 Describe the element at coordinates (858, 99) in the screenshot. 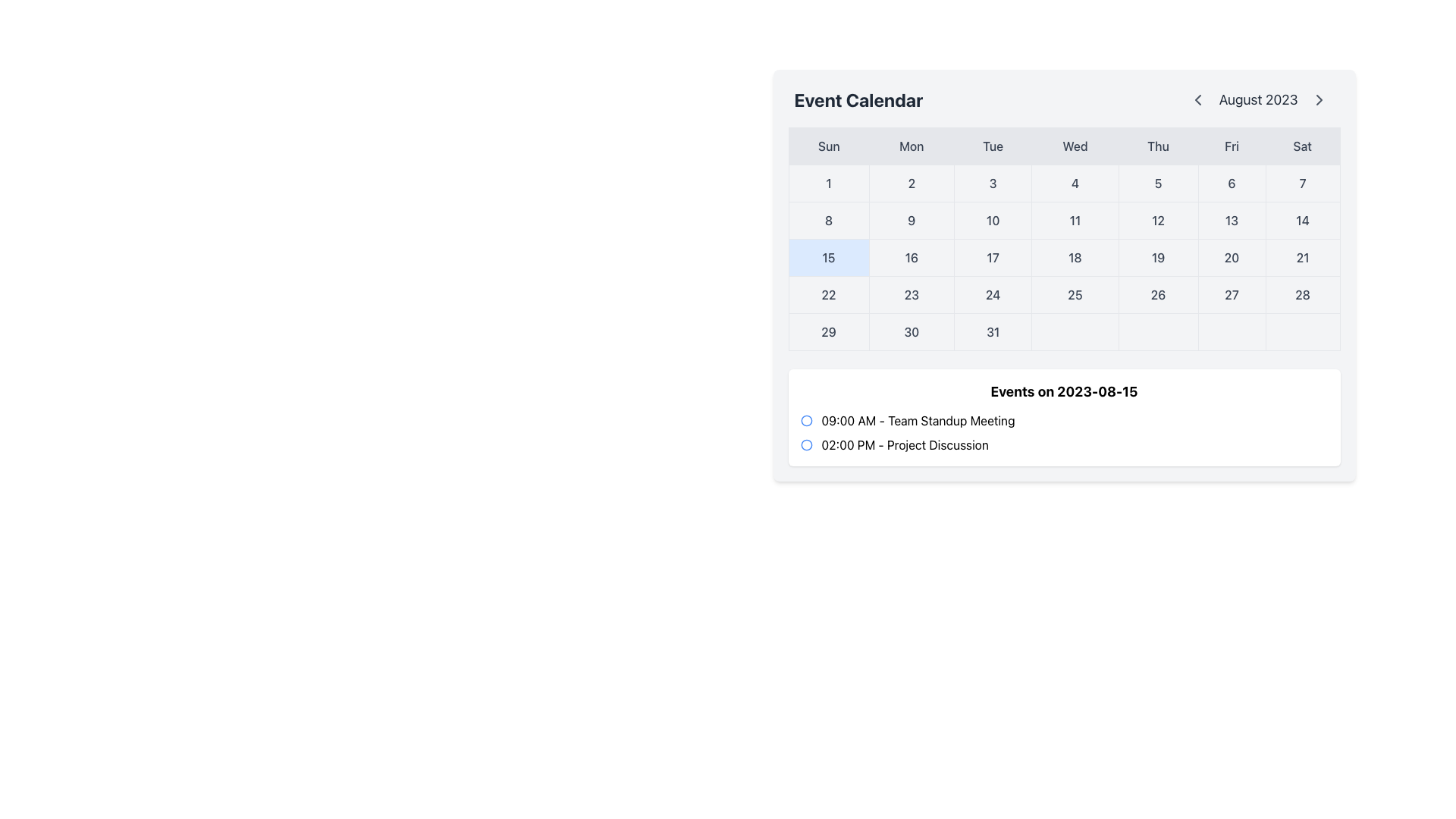

I see `text from the header label of the calendar interface, which is located at the top-left section, to the left of 'August 2023'` at that location.